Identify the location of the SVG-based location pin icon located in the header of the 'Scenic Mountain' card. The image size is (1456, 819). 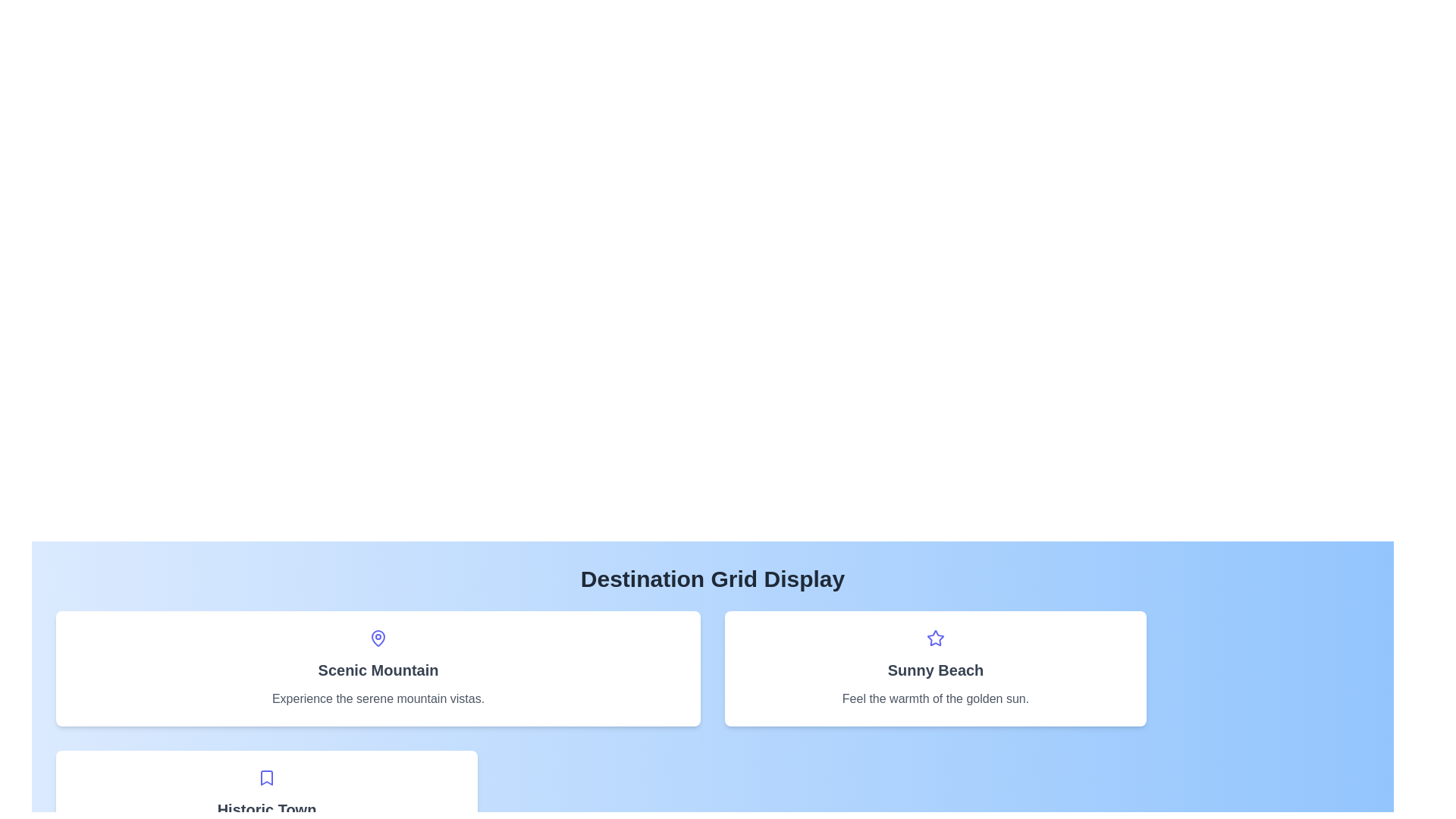
(378, 638).